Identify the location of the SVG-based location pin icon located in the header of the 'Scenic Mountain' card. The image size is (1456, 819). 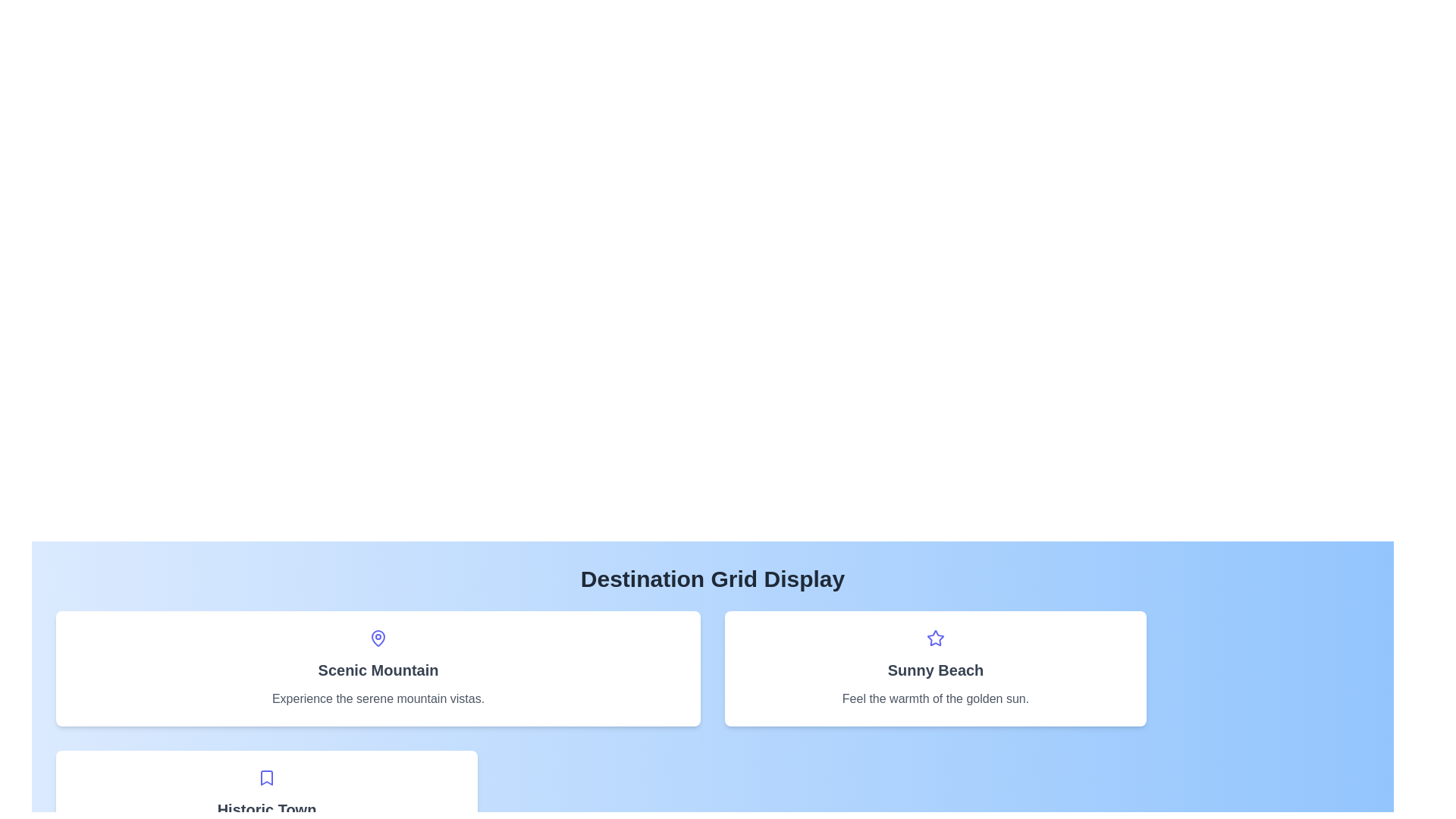
(378, 638).